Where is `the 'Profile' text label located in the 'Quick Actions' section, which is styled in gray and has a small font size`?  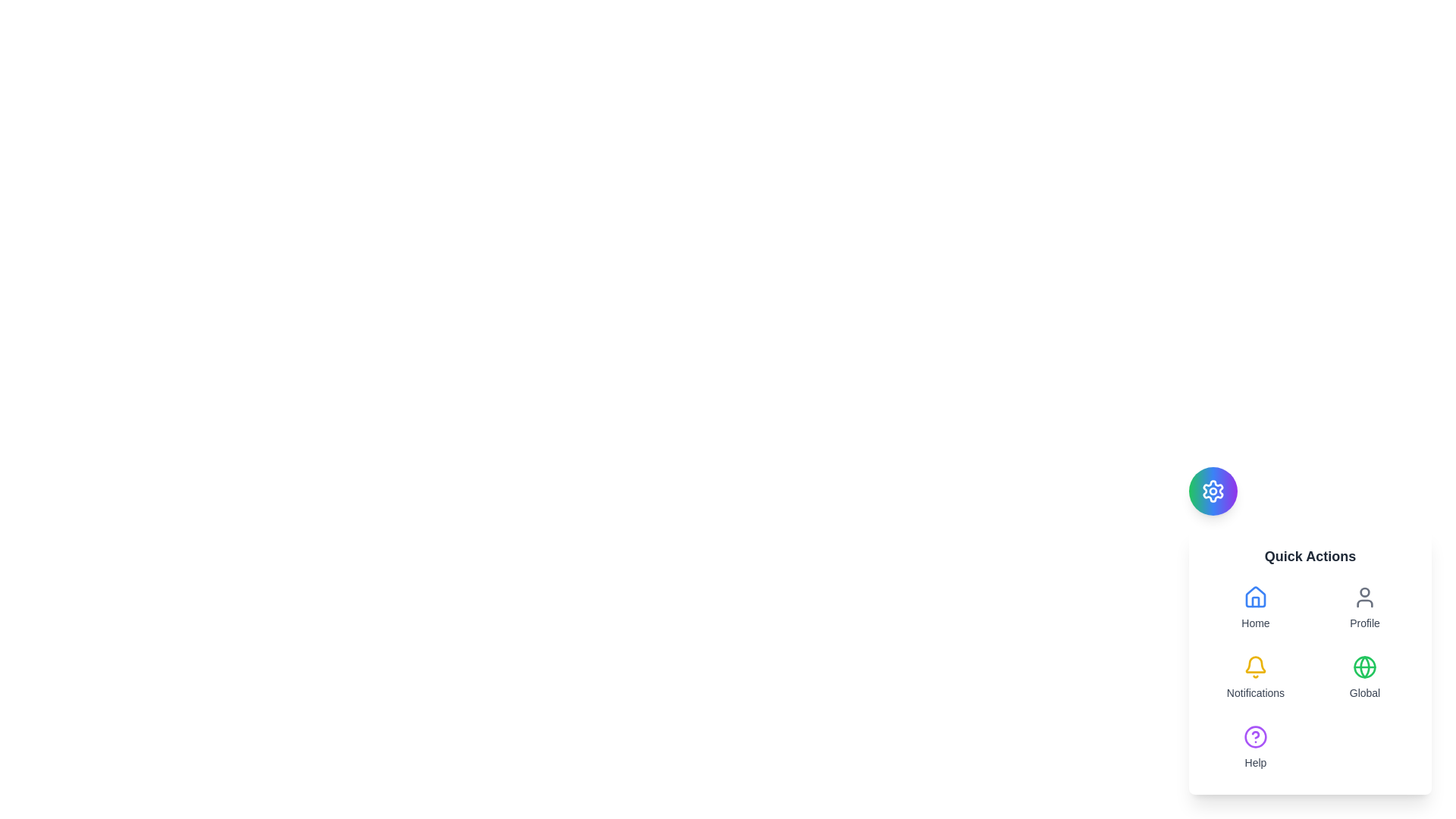
the 'Profile' text label located in the 'Quick Actions' section, which is styled in gray and has a small font size is located at coordinates (1365, 623).